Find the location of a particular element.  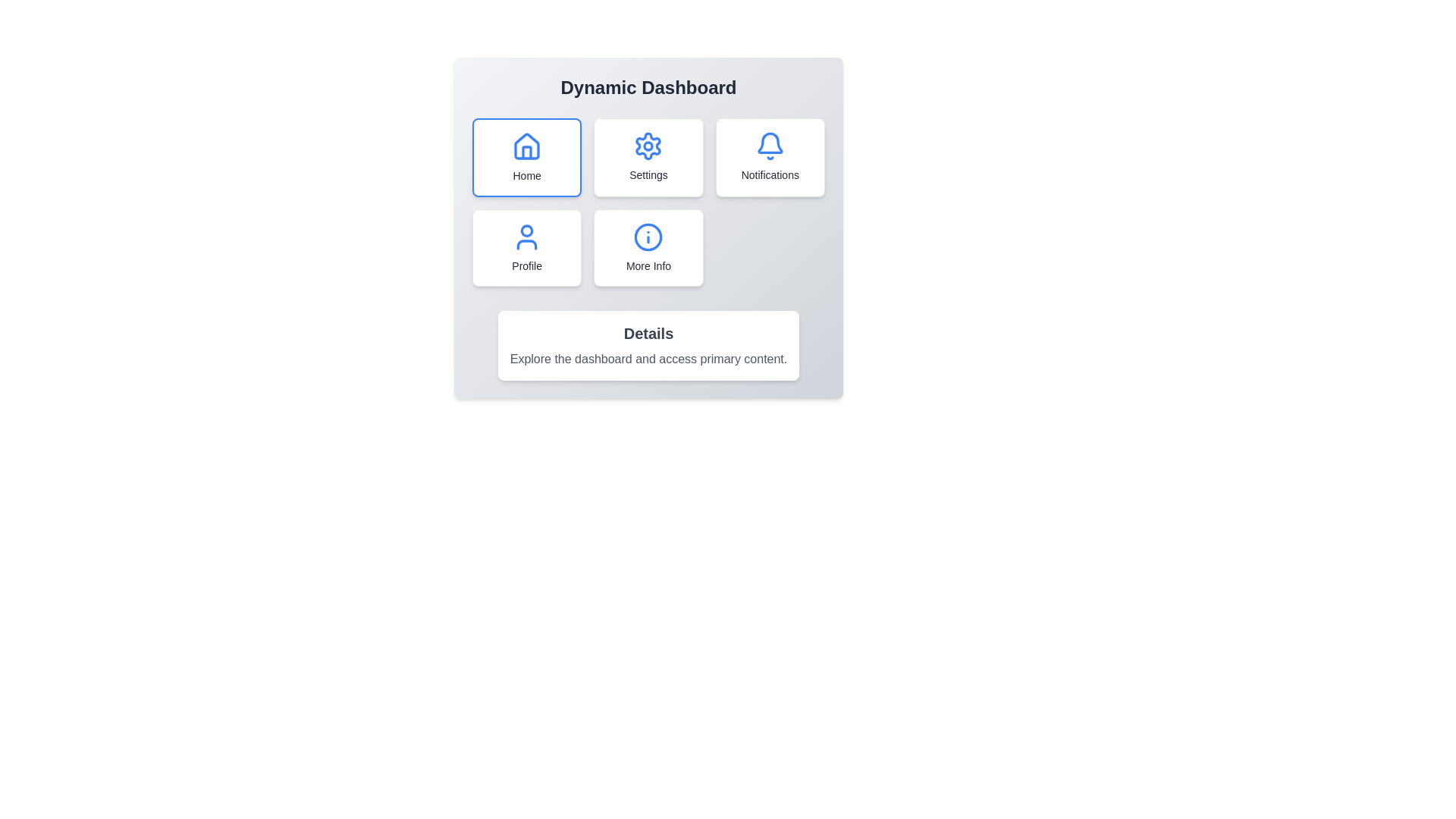

the user profile icon, which is an SVG element located in the first column of the second row under the 'Dynamic Dashboard' heading is located at coordinates (527, 231).